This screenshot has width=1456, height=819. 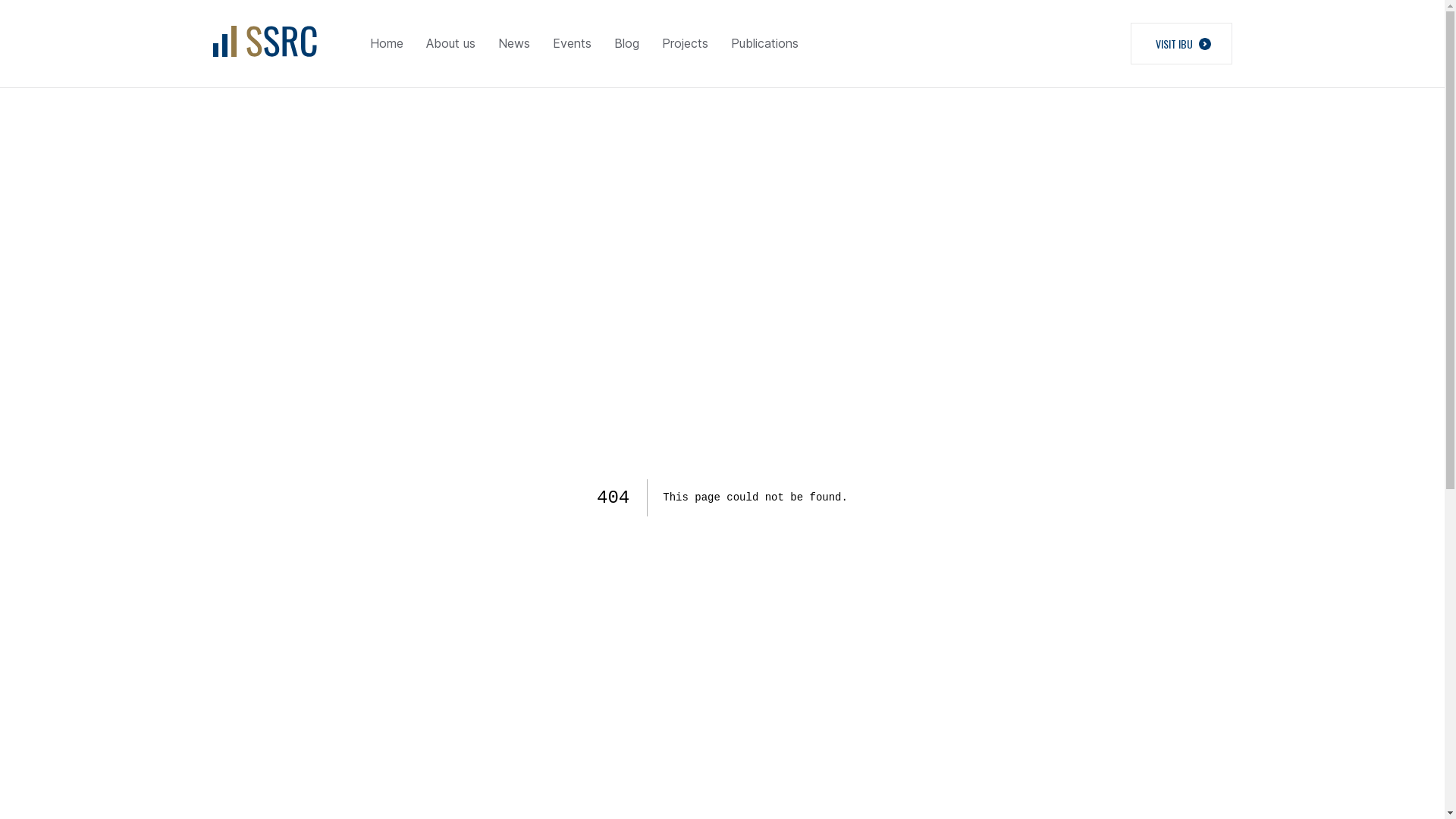 What do you see at coordinates (1179, 42) in the screenshot?
I see `'VISIT IBU'` at bounding box center [1179, 42].